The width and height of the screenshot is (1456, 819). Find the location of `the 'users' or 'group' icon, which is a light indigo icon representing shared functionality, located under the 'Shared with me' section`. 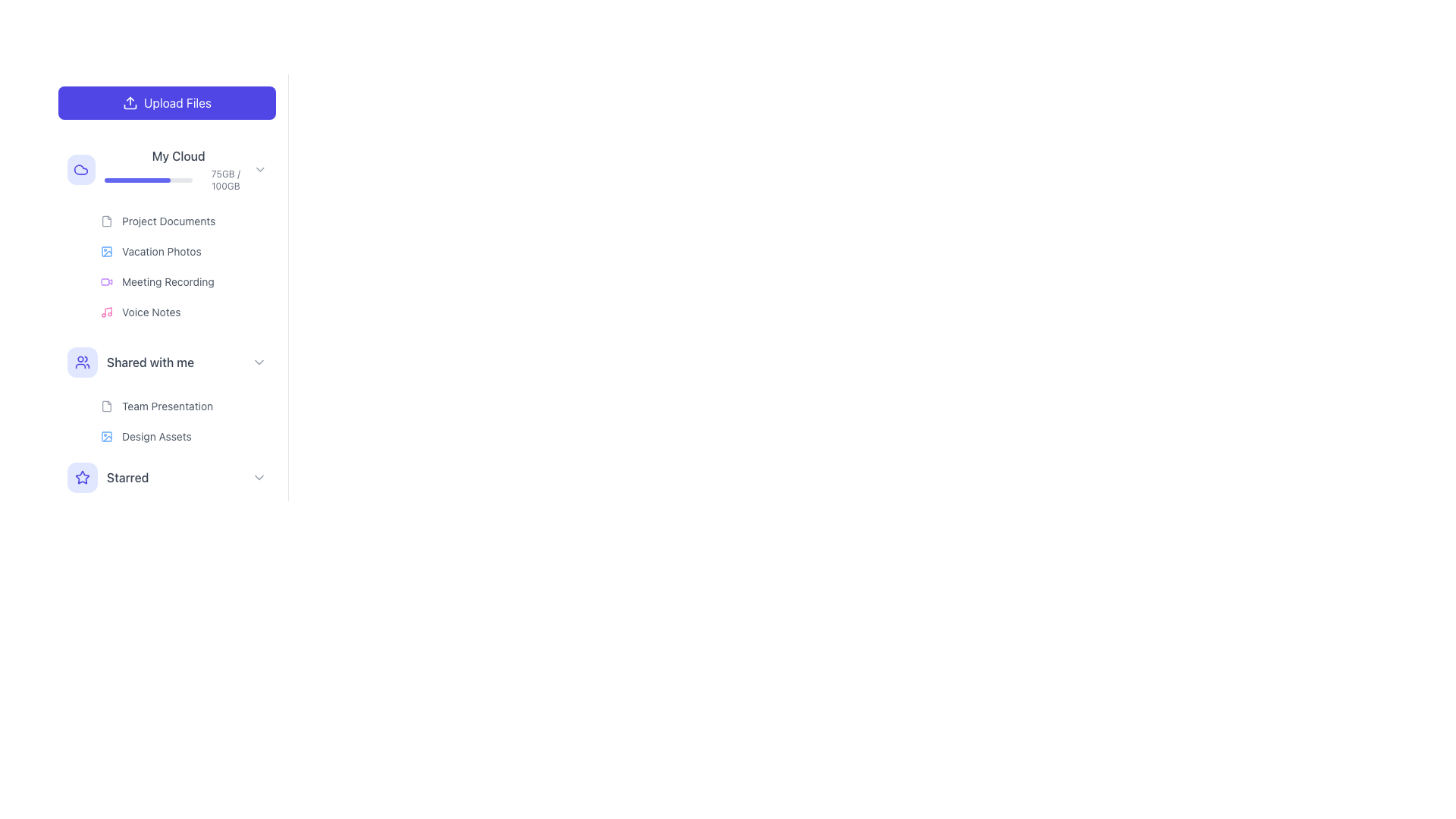

the 'users' or 'group' icon, which is a light indigo icon representing shared functionality, located under the 'Shared with me' section is located at coordinates (82, 362).